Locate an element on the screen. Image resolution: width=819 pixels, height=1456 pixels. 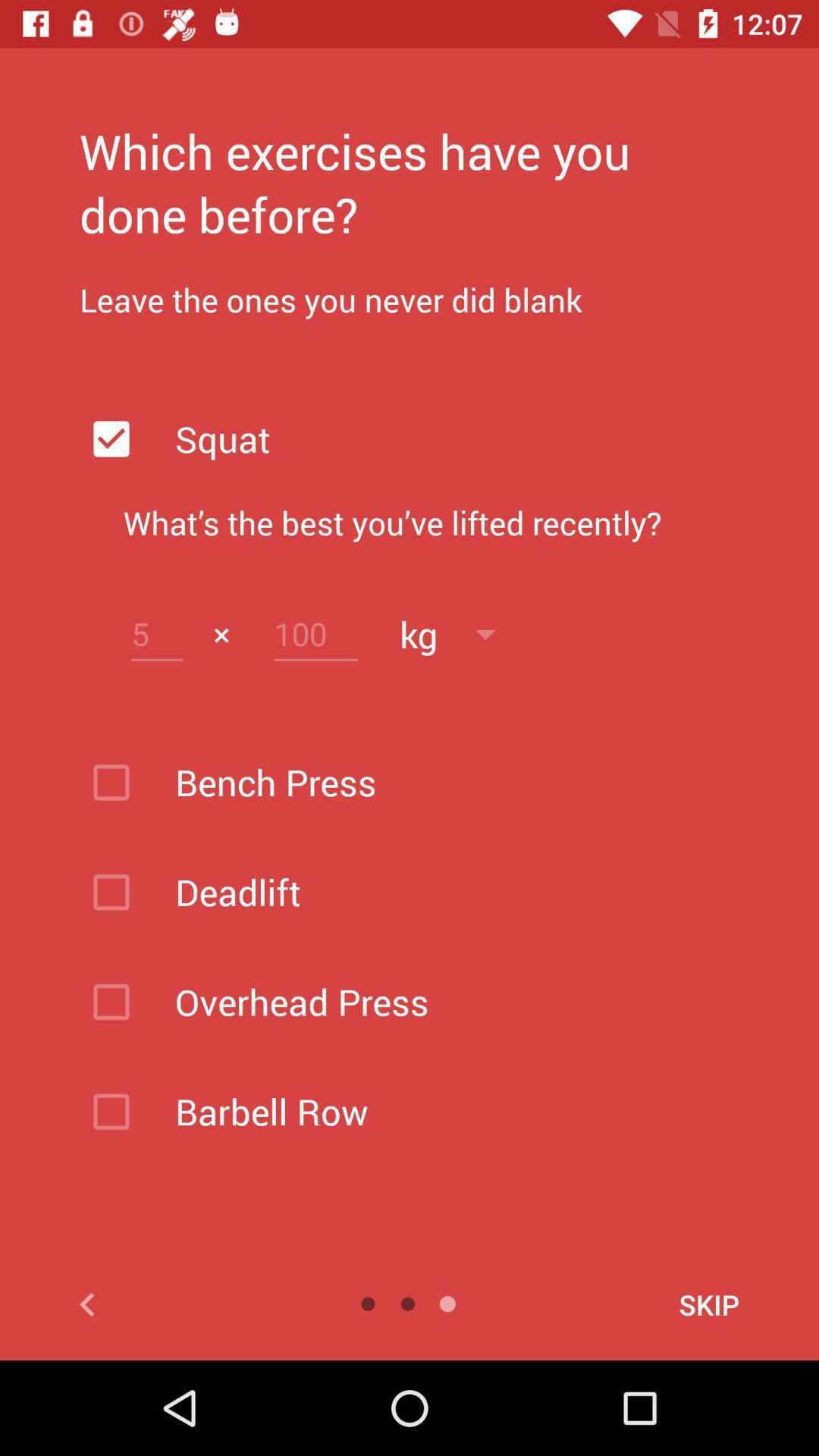
skip icon is located at coordinates (657, 1304).